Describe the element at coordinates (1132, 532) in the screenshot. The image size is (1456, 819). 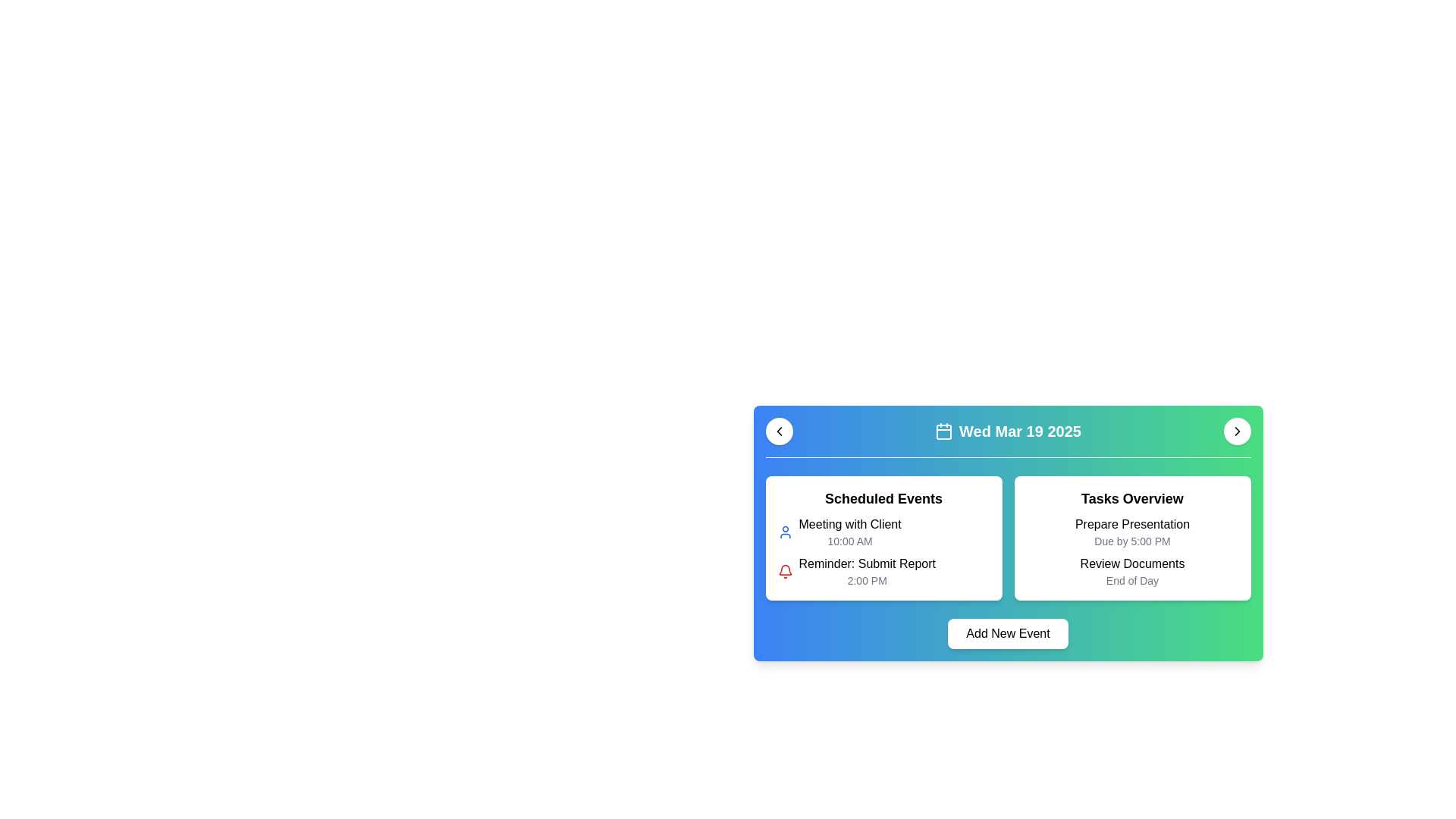
I see `task information displayed in the text block labeled 'Prepare Presentation' with a deadline at 5:00 PM, located in the 'Tasks Overview' section on the right side of the interface` at that location.